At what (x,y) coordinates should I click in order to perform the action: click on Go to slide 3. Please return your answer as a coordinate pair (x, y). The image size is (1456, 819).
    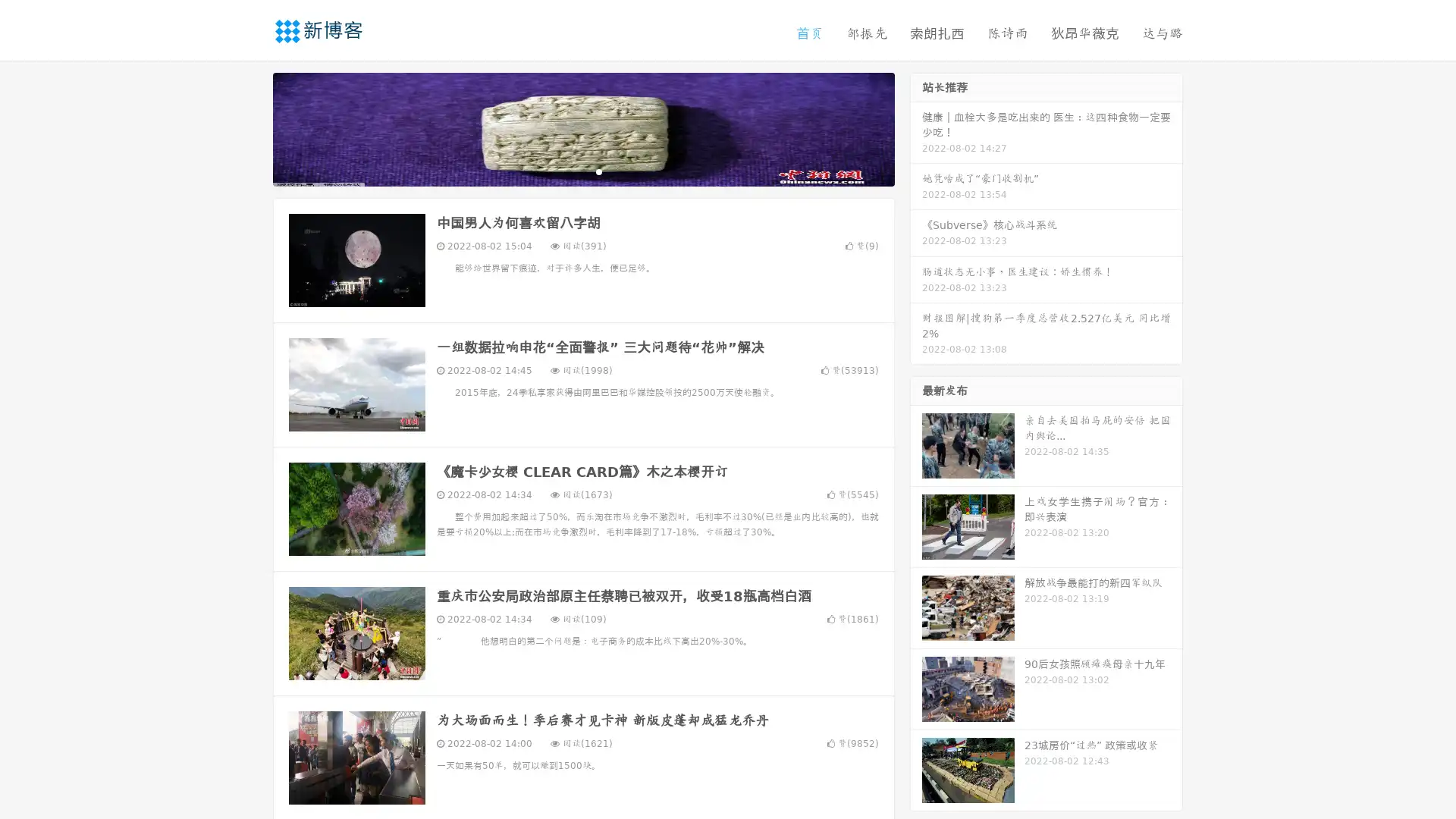
    Looking at the image, I should click on (598, 171).